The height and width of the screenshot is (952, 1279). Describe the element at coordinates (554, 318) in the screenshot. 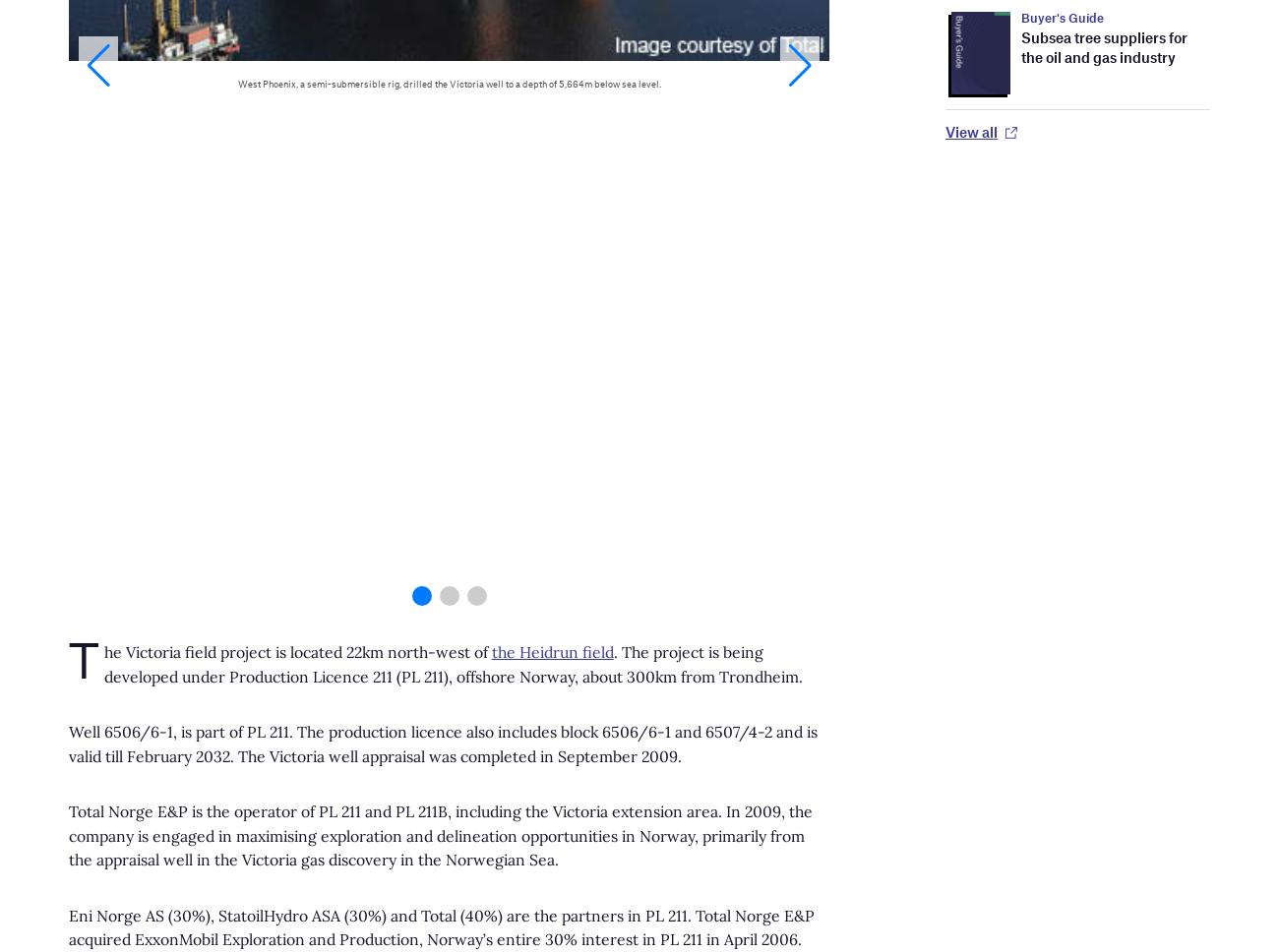

I see `'Digital Magazine'` at that location.